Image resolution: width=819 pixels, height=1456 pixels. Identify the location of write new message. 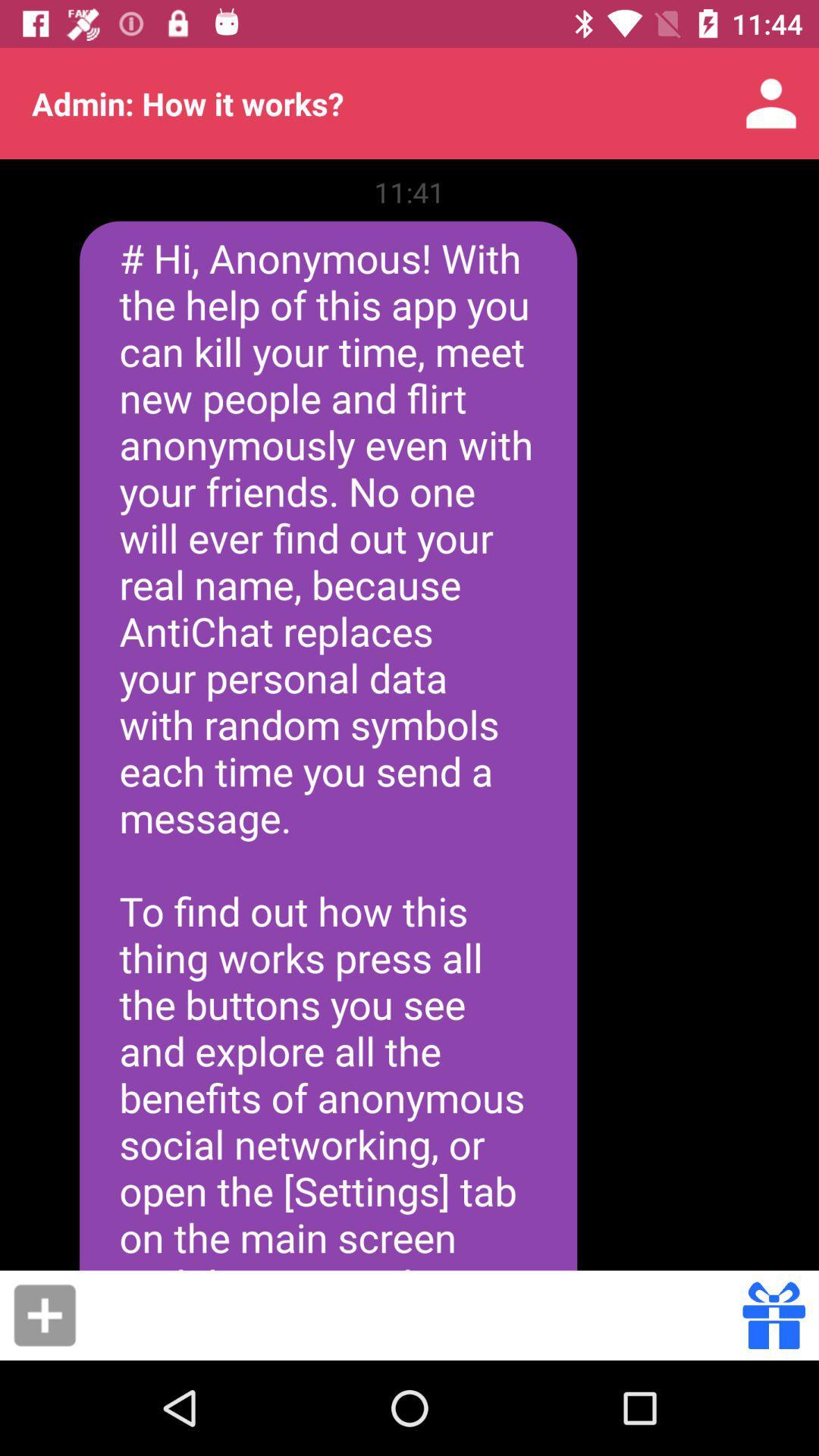
(44, 1314).